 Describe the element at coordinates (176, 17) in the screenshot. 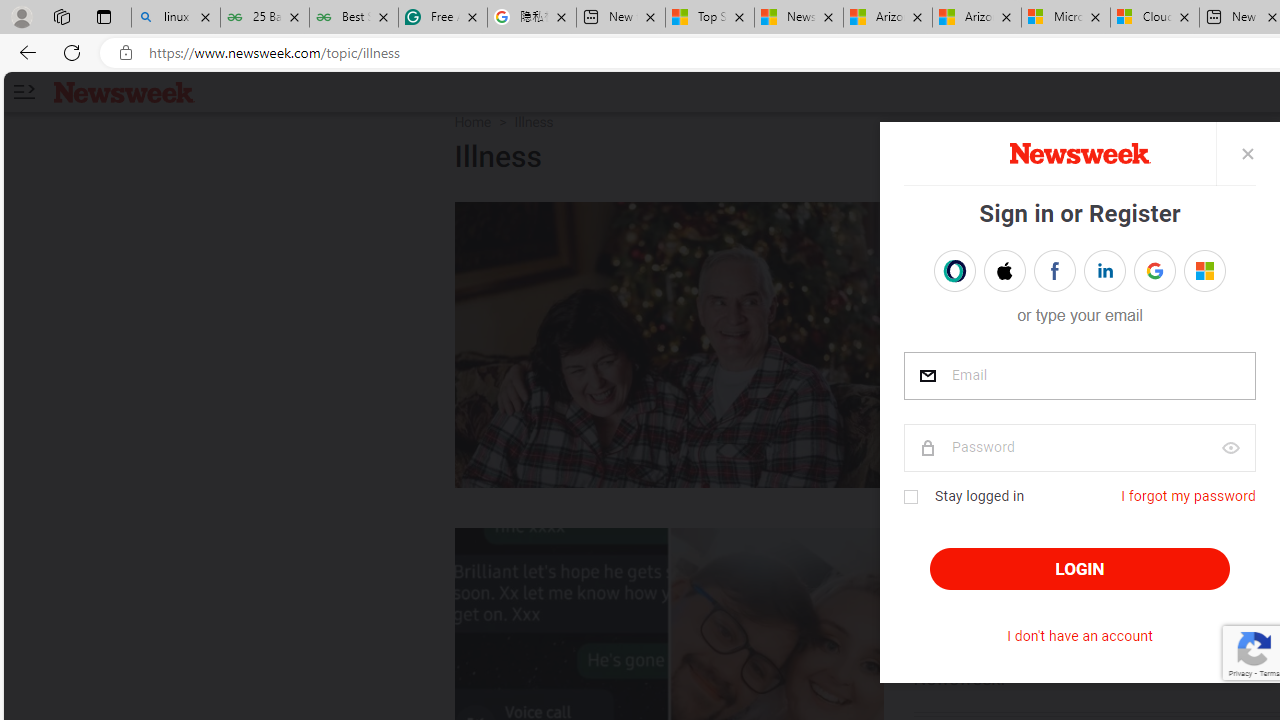

I see `'linux basic - Search'` at that location.